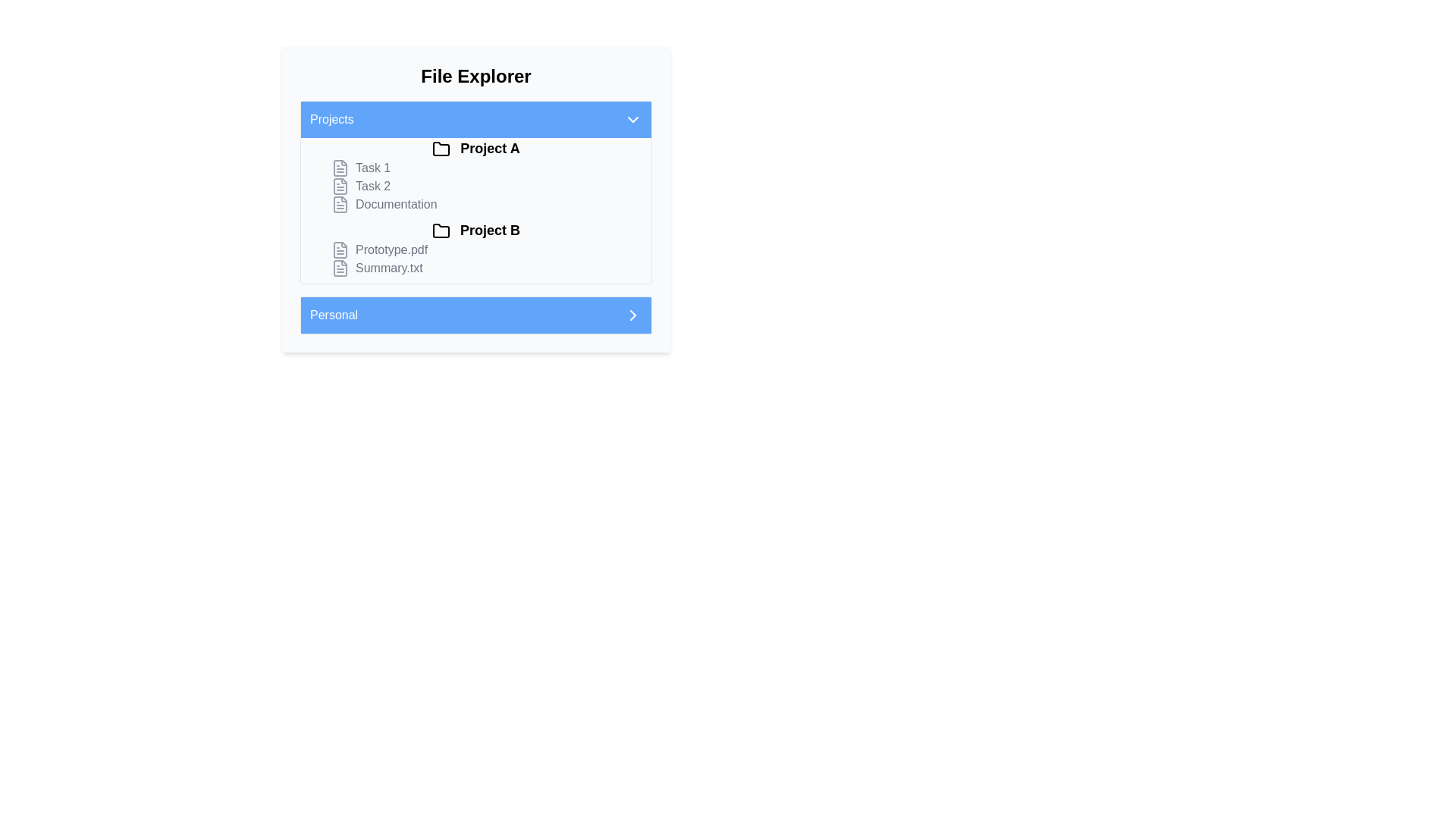  What do you see at coordinates (484, 259) in the screenshot?
I see `the second document listed under the 'Project B' folder in the 'File Explorer' section of the application` at bounding box center [484, 259].